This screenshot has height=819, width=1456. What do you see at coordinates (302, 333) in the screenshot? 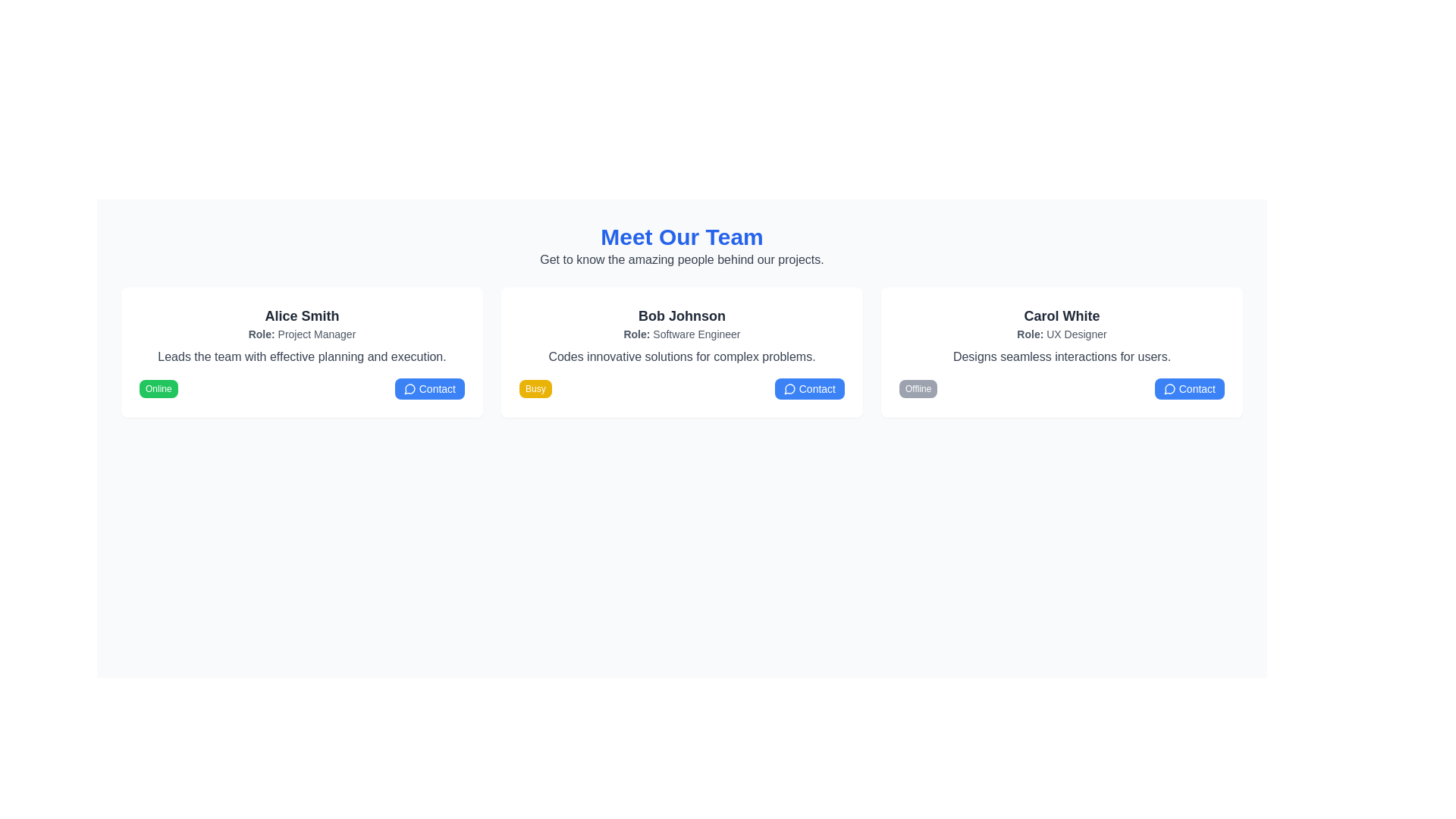
I see `text label displaying 'Role: Project Manager' located under the name 'Alice Smith' in their profile card` at bounding box center [302, 333].